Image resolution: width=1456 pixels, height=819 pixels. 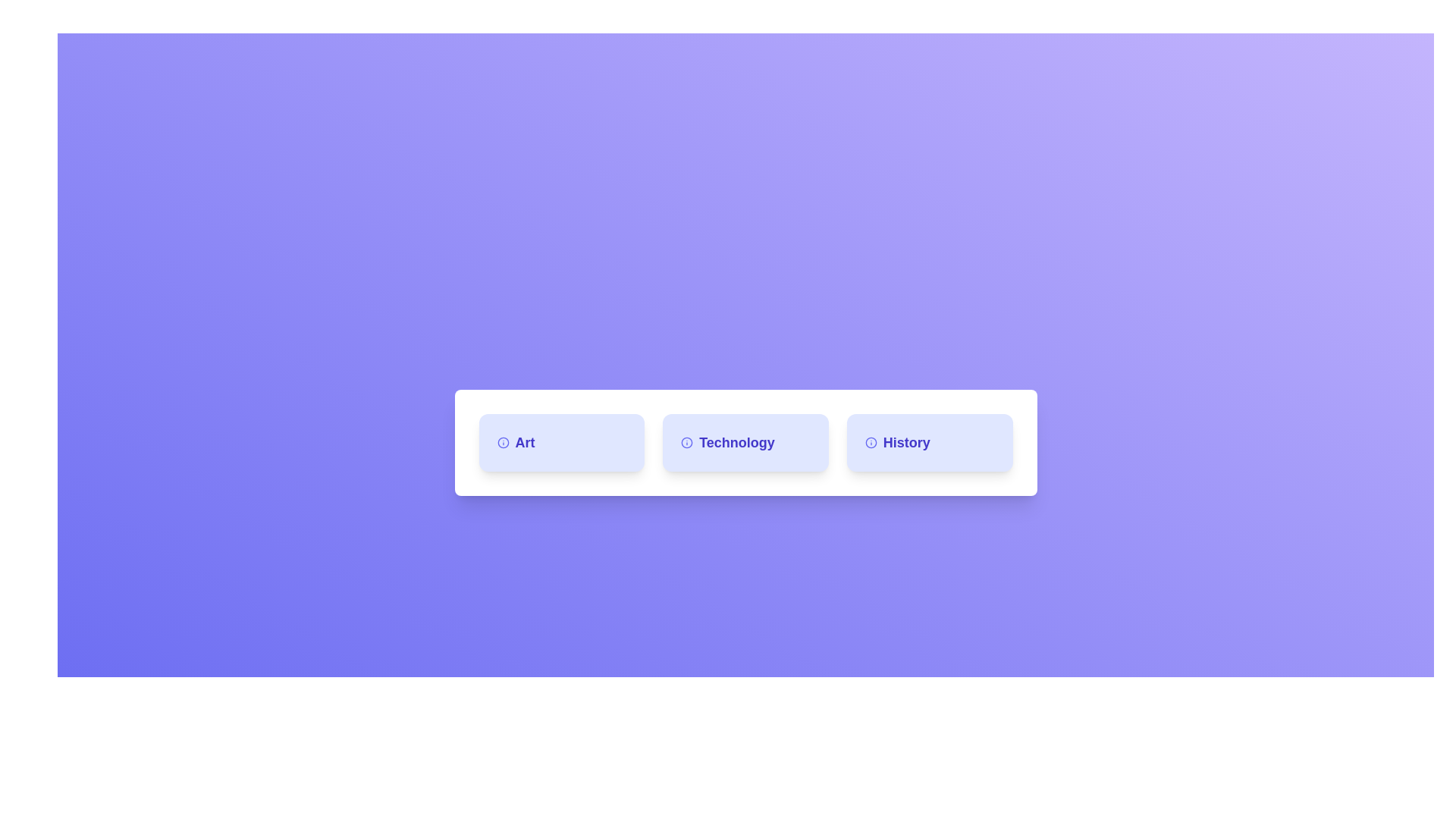 I want to click on text label that represents the 'Technology' category, which is centrally located between the 'Art' and 'History' buttons, so click(x=745, y=442).